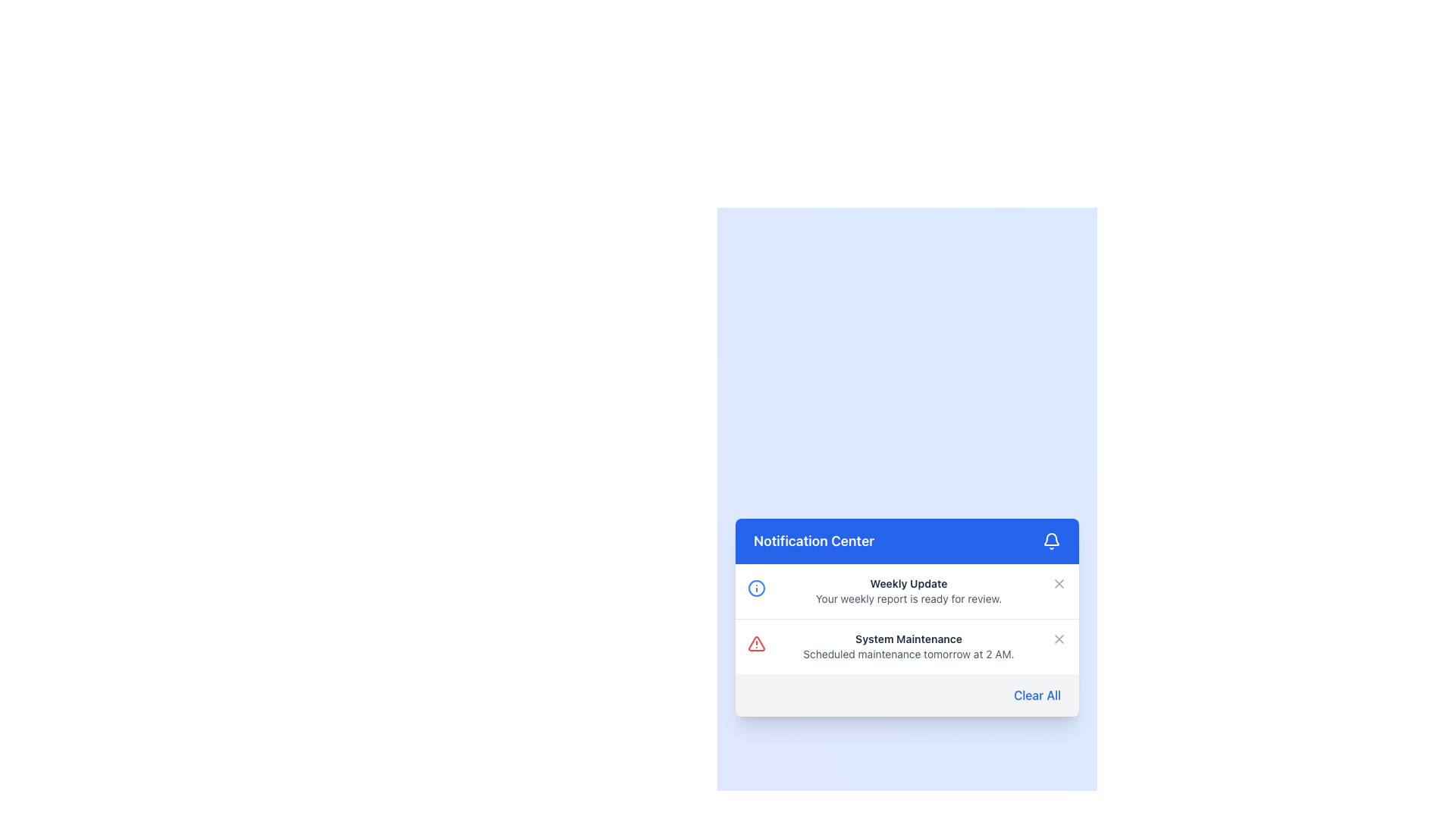  What do you see at coordinates (908, 598) in the screenshot?
I see `text indicating that a weekly report is available for review, located in the Notification Center below the 'Weekly Update' title` at bounding box center [908, 598].